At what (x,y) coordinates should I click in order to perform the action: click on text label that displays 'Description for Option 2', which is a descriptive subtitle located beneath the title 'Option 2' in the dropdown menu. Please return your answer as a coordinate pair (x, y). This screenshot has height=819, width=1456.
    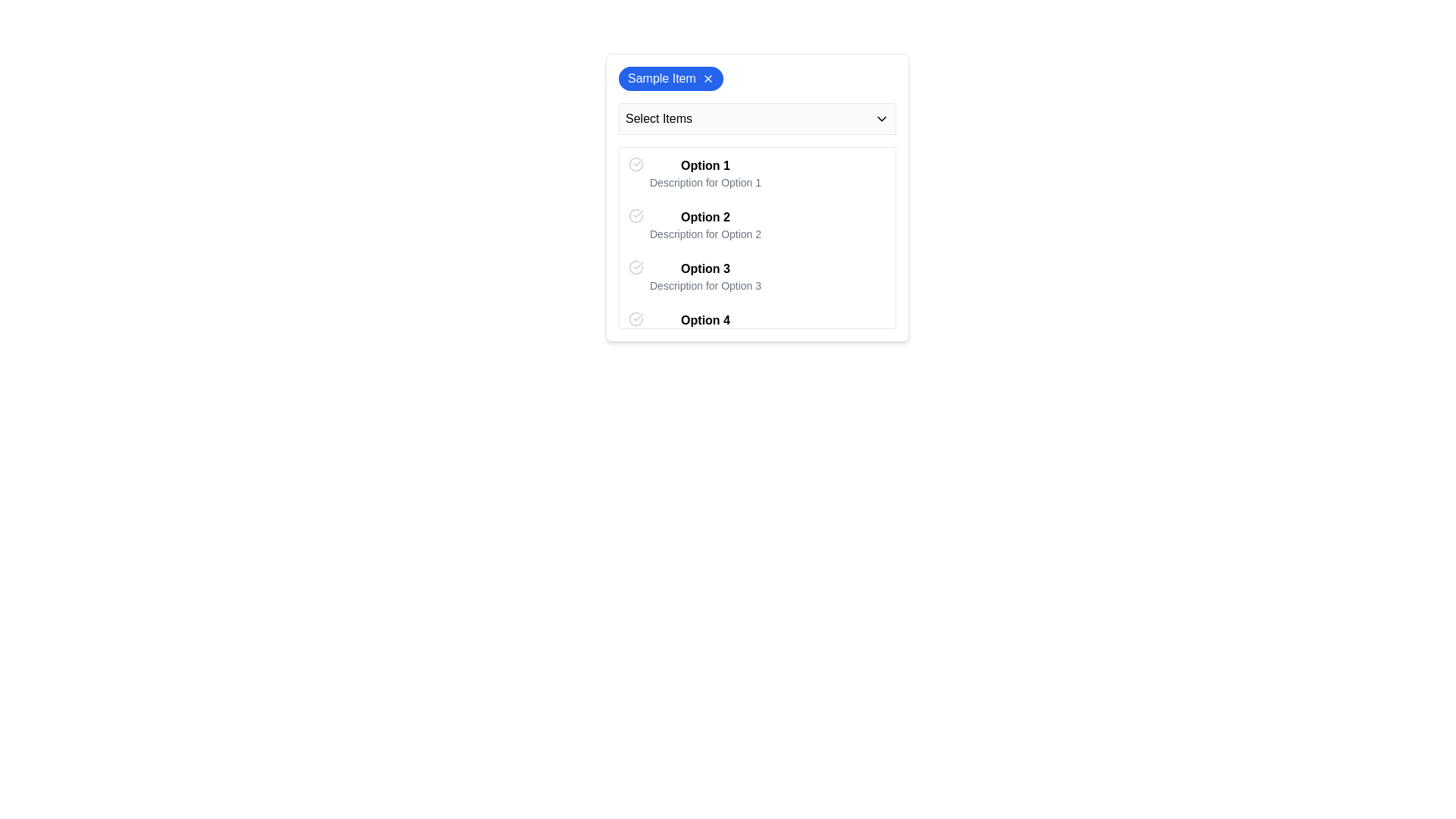
    Looking at the image, I should click on (704, 234).